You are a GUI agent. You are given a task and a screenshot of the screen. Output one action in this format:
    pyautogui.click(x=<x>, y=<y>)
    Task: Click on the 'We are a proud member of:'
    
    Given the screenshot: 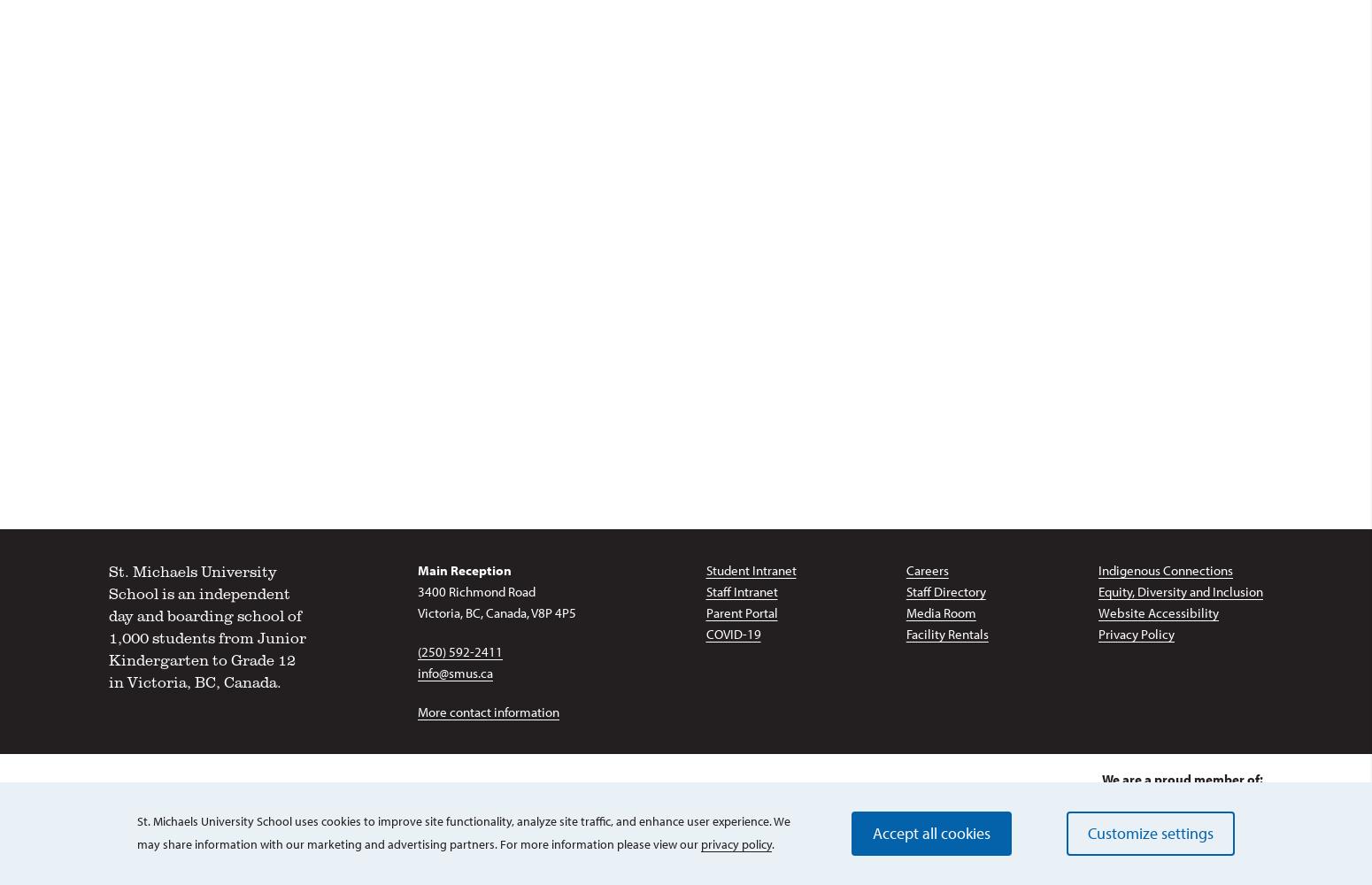 What is the action you would take?
    pyautogui.click(x=1100, y=779)
    